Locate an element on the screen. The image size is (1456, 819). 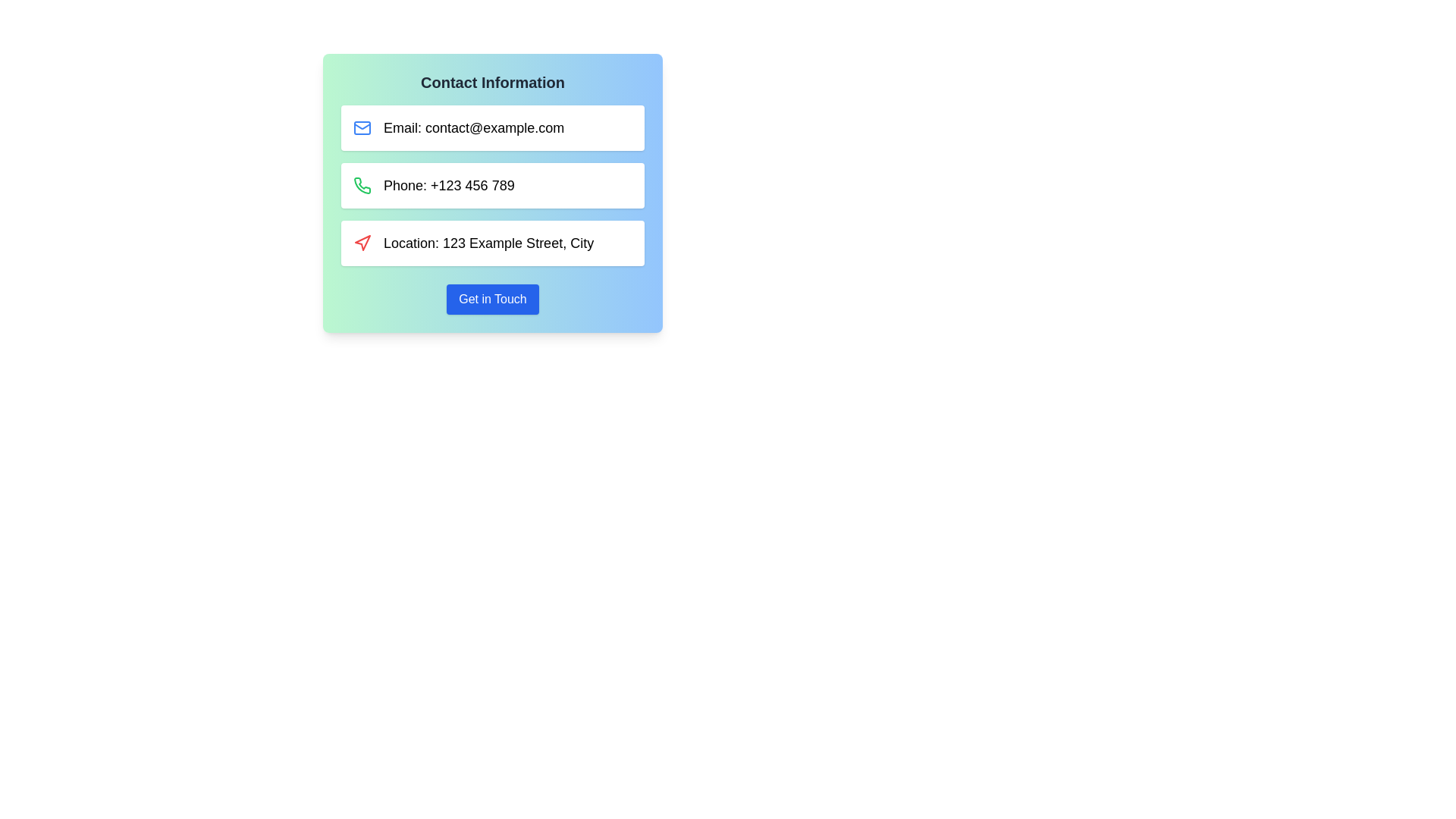
the Information display card that contains the text 'Location: 123 Example Street, City' and is styled as a rounded, shadowed card with a white background, located below the 'Phone' card and above the 'Get in Touch' button is located at coordinates (492, 242).